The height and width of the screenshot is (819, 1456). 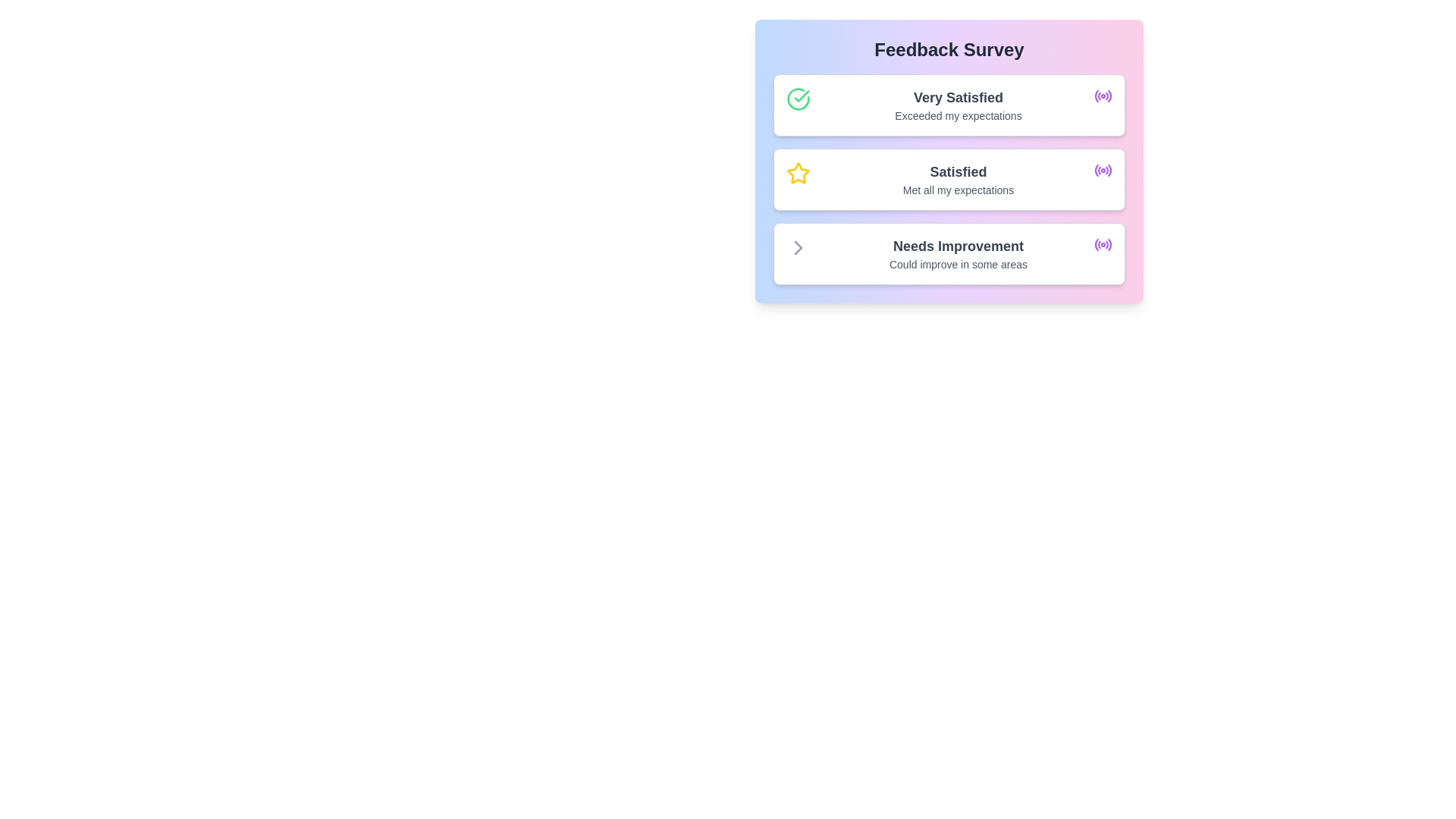 I want to click on the text label that states 'Exceeded my expectations', which is located immediately below the 'Very Satisfied' header in the top feedback card of the 'Feedback Survey' section, so click(x=957, y=115).